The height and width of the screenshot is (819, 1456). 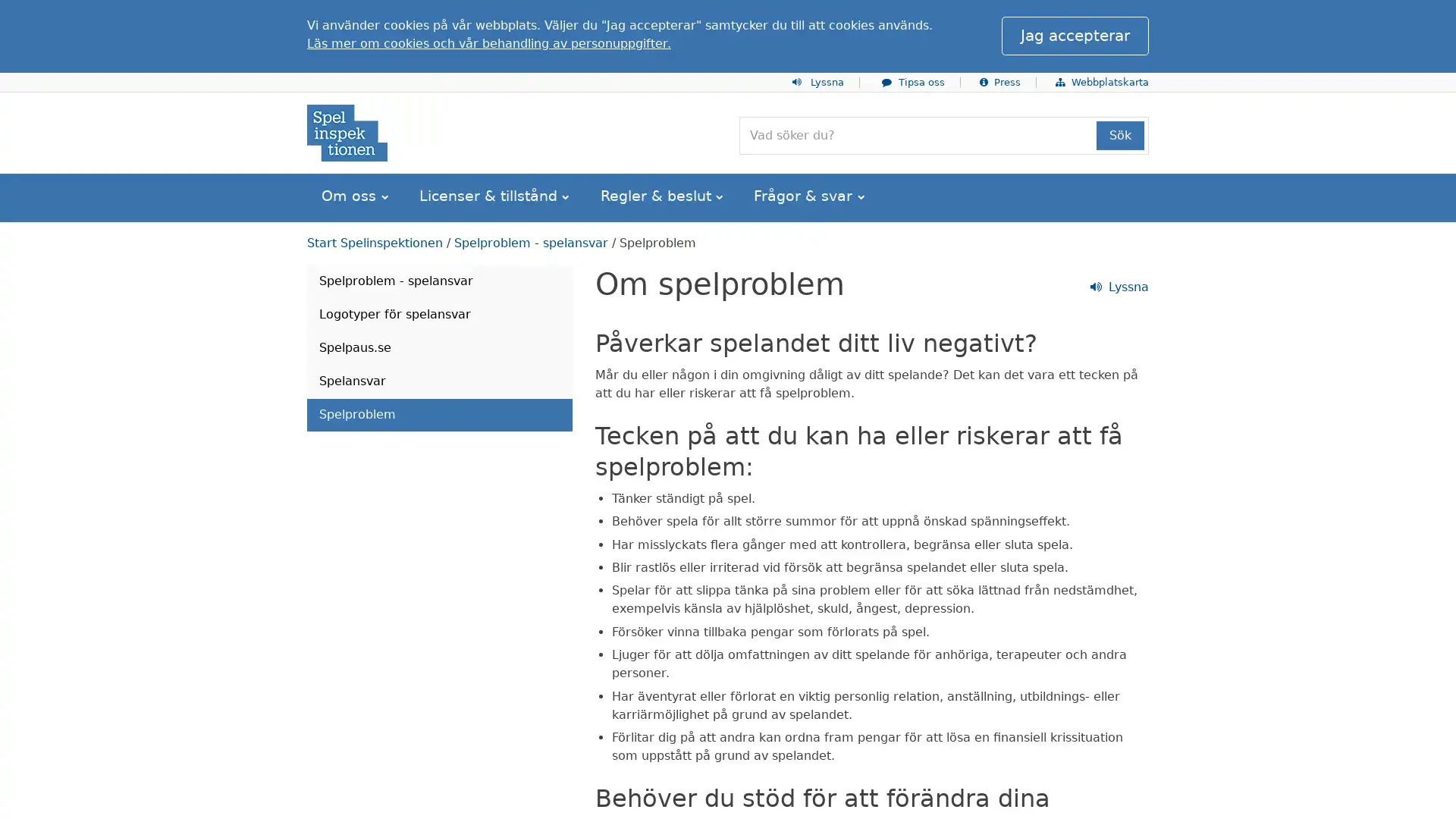 What do you see at coordinates (318, 18) in the screenshot?
I see `webReaders meny` at bounding box center [318, 18].